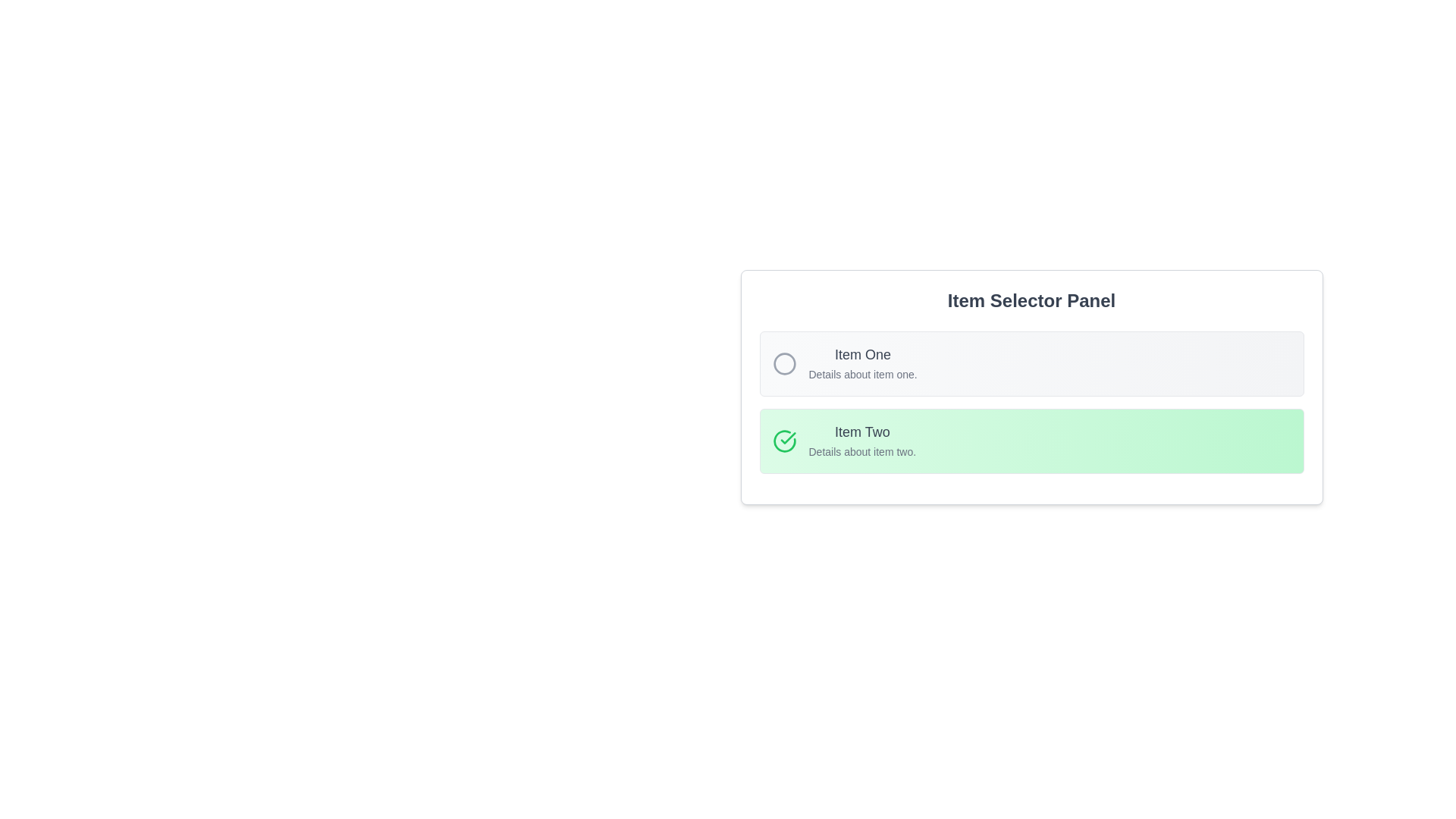 The image size is (1456, 819). Describe the element at coordinates (862, 451) in the screenshot. I see `the label stating 'Details about item two.' which is styled in gray and positioned directly beneath the main heading 'Item Two'` at that location.